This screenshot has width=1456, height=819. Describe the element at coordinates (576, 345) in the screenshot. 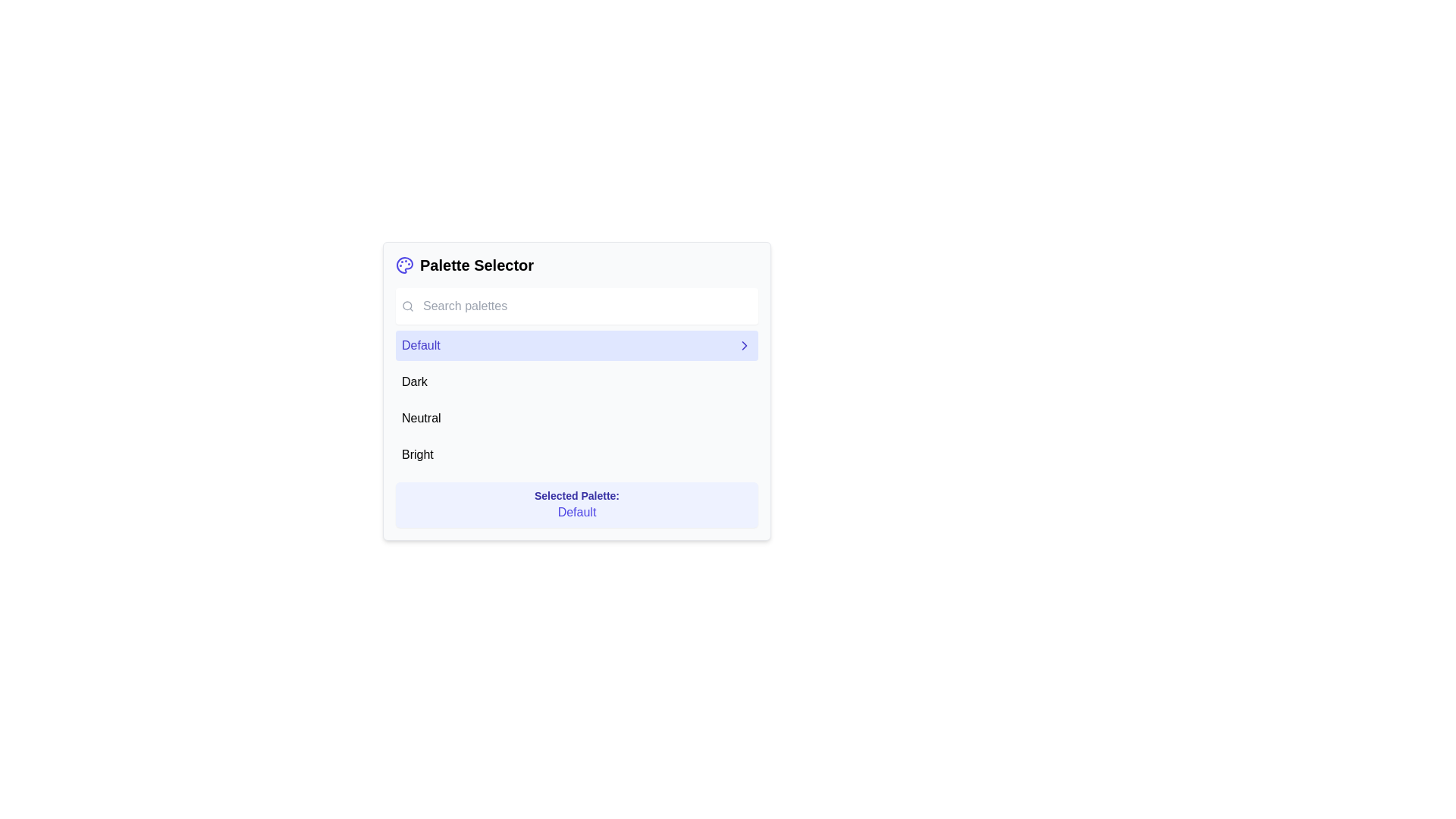

I see `the navigation button for selecting the 'Default' palette, which is the first option in the vertical list below the search bar` at that location.